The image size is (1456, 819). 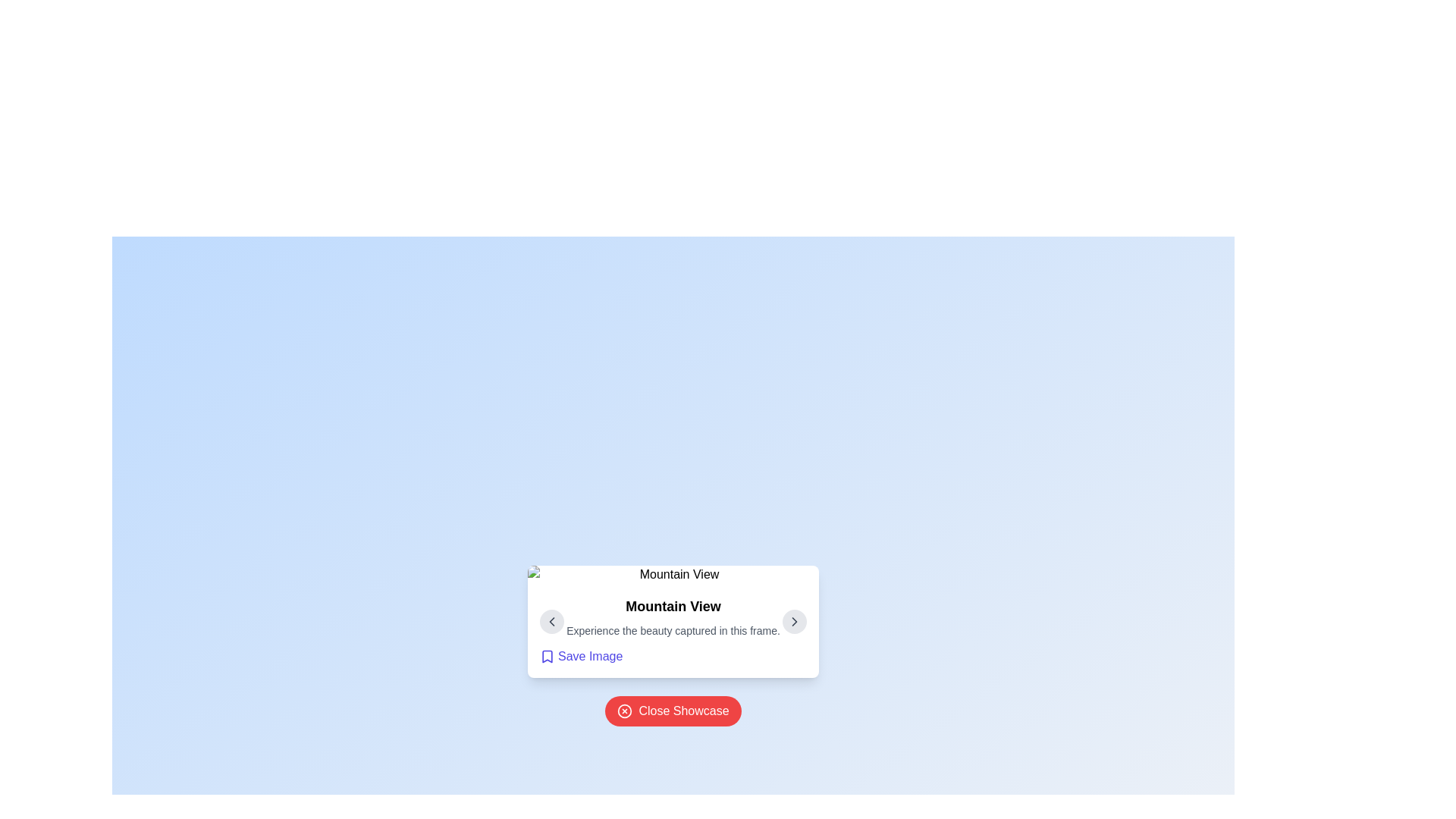 I want to click on the descriptive text element that provides supplementary information, located centrally within the main content area, following 'Mountain View' and preceding the 'Save Image' link, so click(x=673, y=631).